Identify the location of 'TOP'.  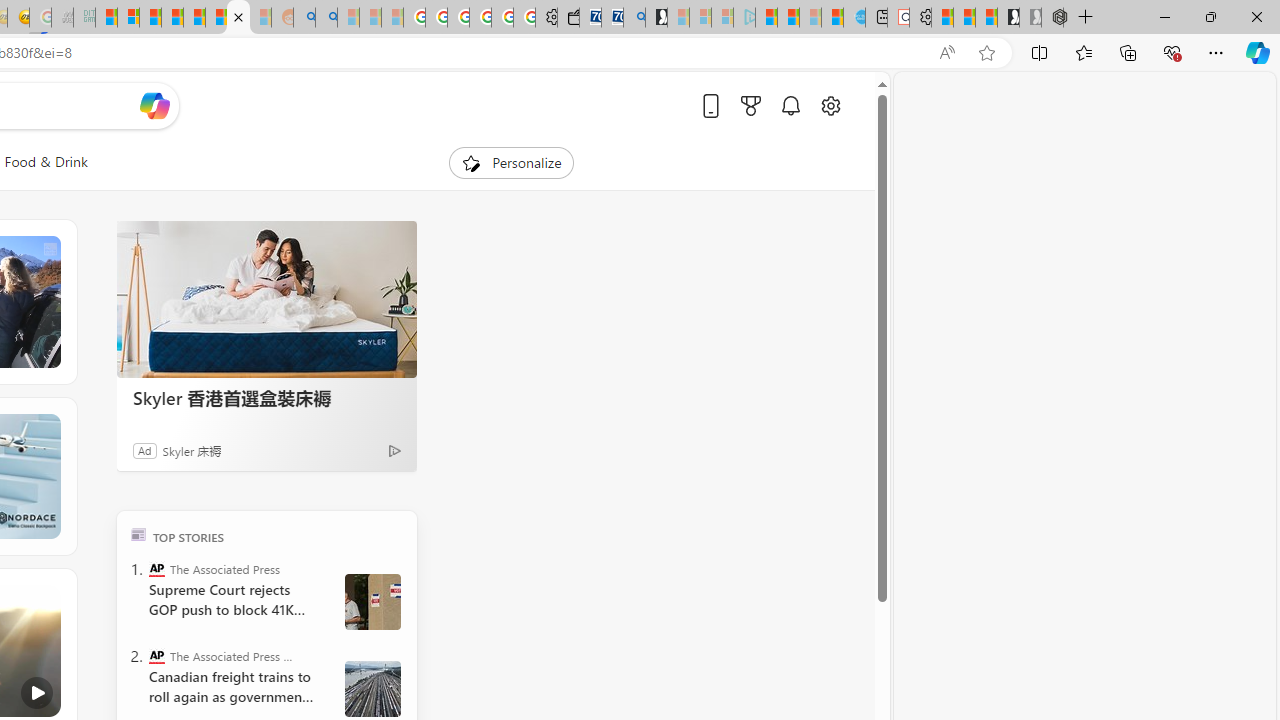
(137, 533).